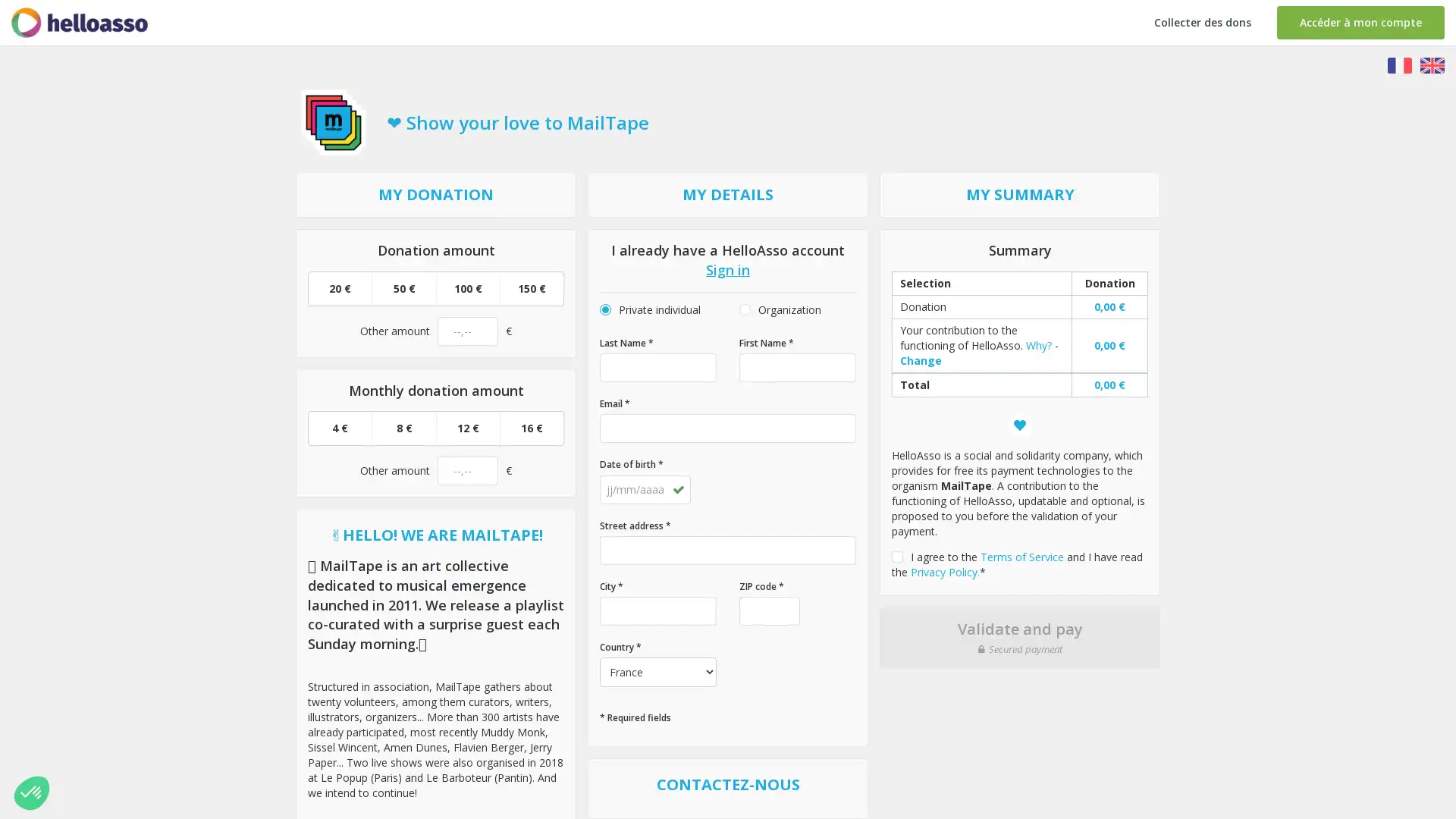 The image size is (1456, 819). What do you see at coordinates (1019, 637) in the screenshot?
I see `Validate and pay Secured payment` at bounding box center [1019, 637].